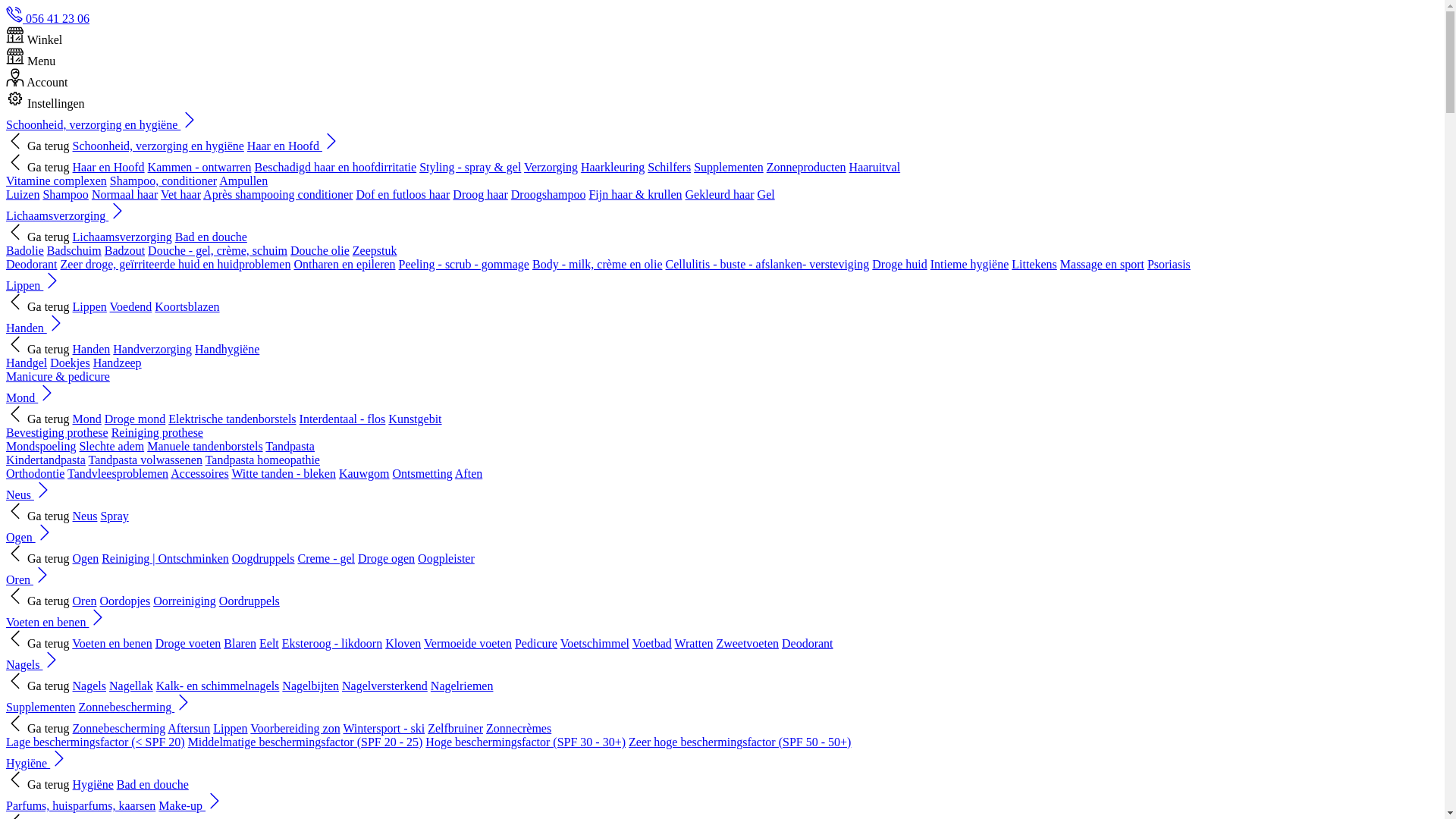 This screenshot has height=819, width=1456. What do you see at coordinates (344, 263) in the screenshot?
I see `'Ontharen en epileren'` at bounding box center [344, 263].